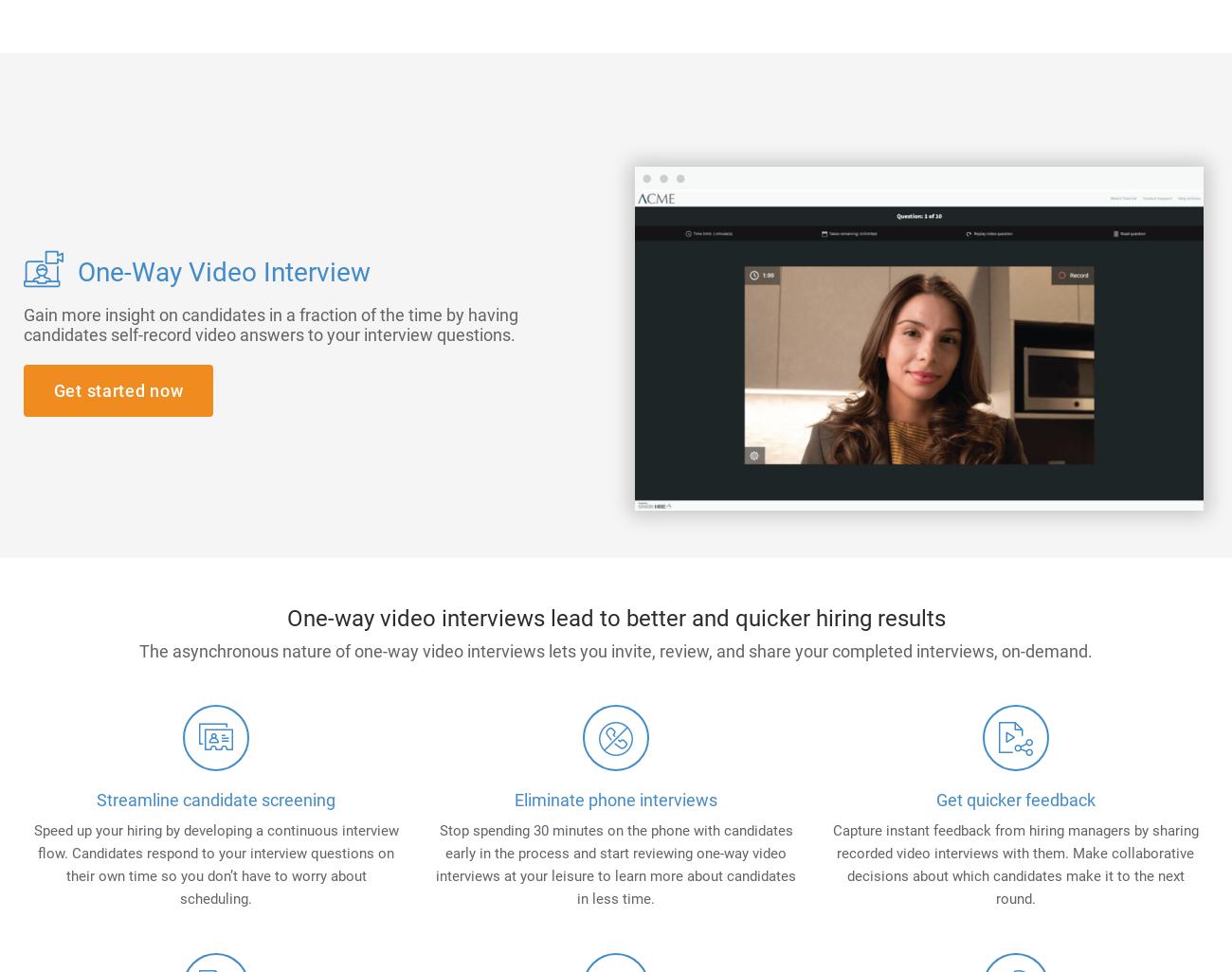 This screenshot has height=972, width=1232. What do you see at coordinates (913, 85) in the screenshot?
I see `'Pricing'` at bounding box center [913, 85].